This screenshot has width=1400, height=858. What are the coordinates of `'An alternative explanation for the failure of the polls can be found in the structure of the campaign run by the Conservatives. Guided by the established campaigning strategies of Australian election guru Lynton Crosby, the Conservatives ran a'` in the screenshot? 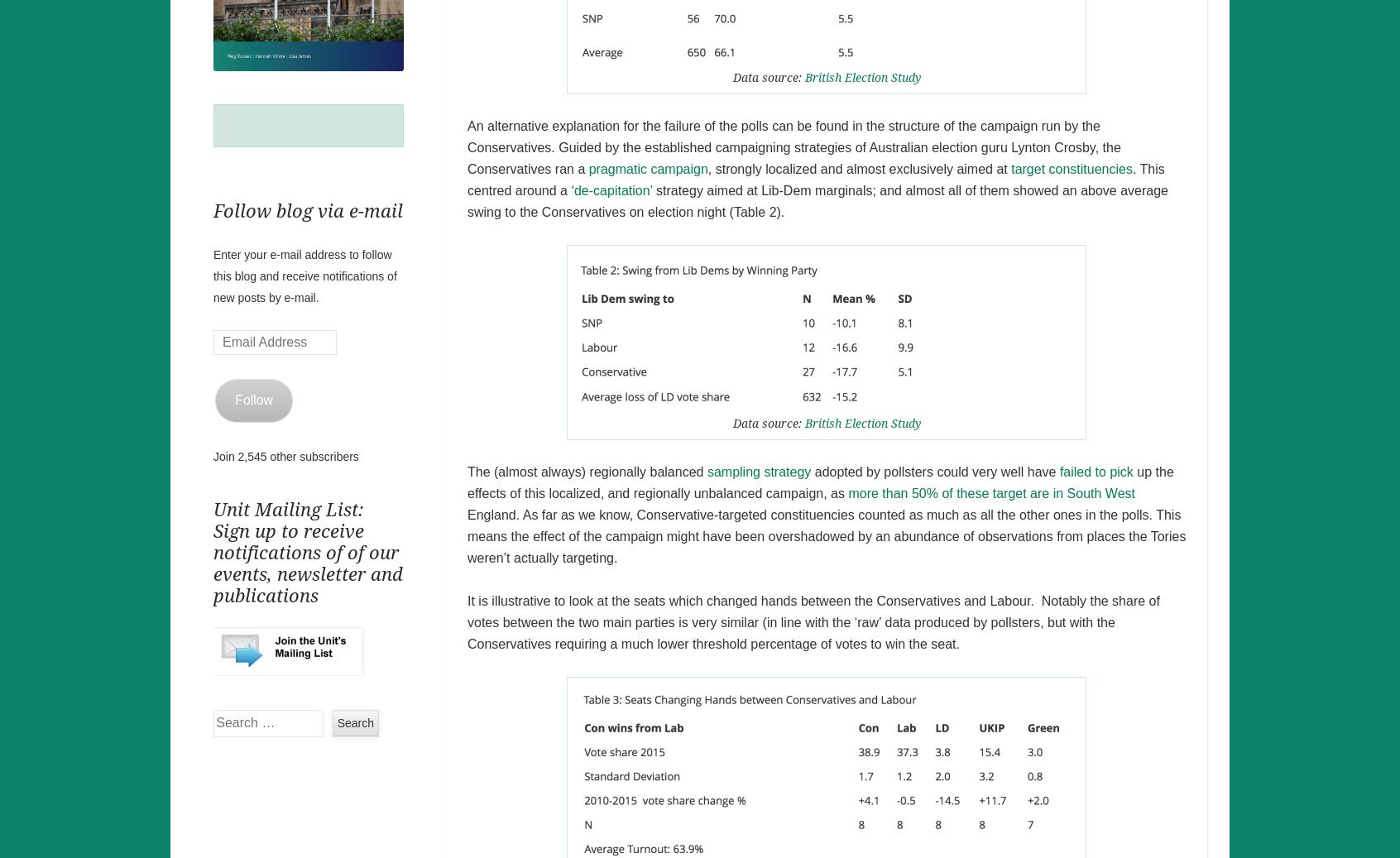 It's located at (793, 146).